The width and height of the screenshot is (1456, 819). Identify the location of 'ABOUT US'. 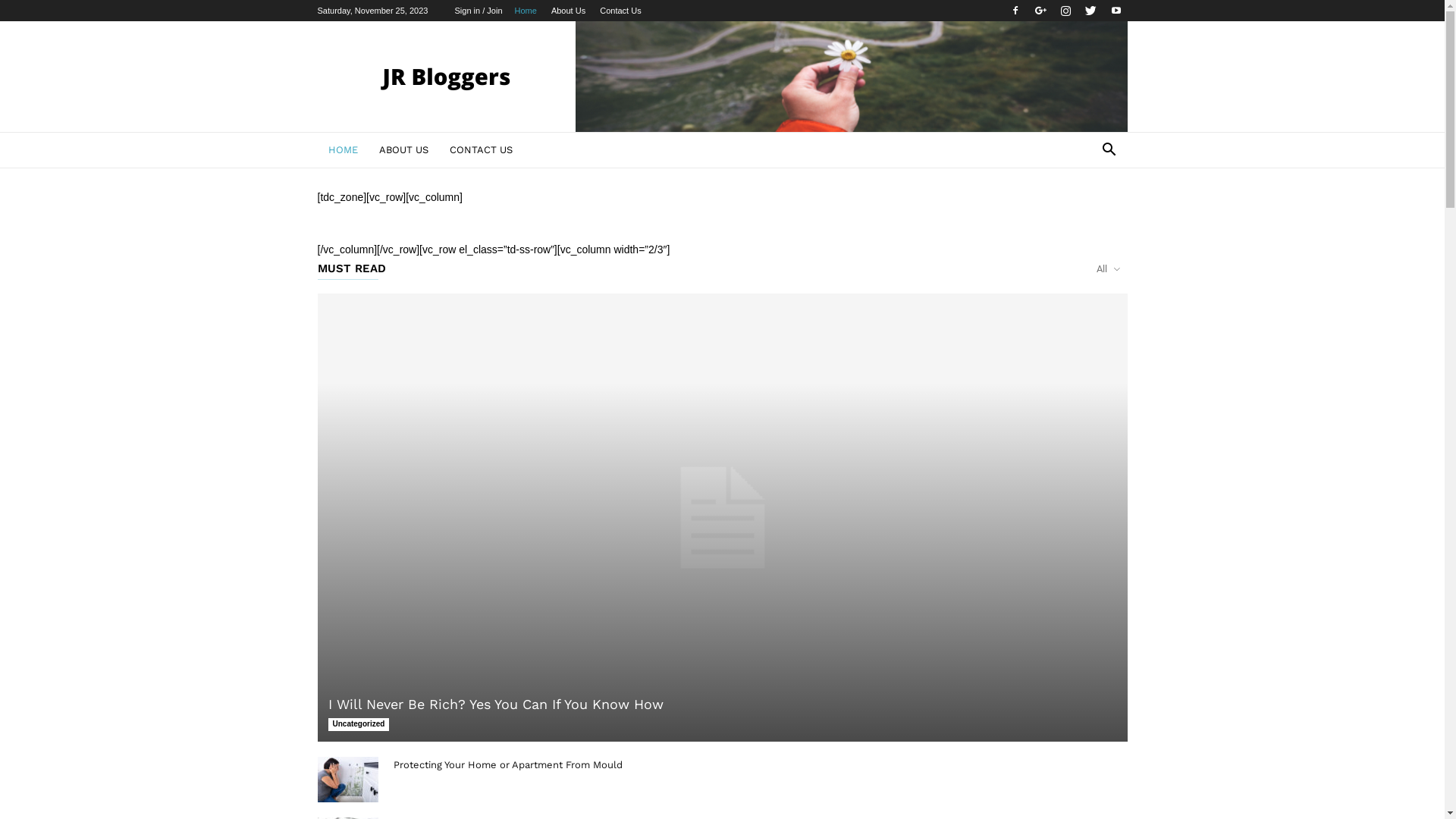
(403, 149).